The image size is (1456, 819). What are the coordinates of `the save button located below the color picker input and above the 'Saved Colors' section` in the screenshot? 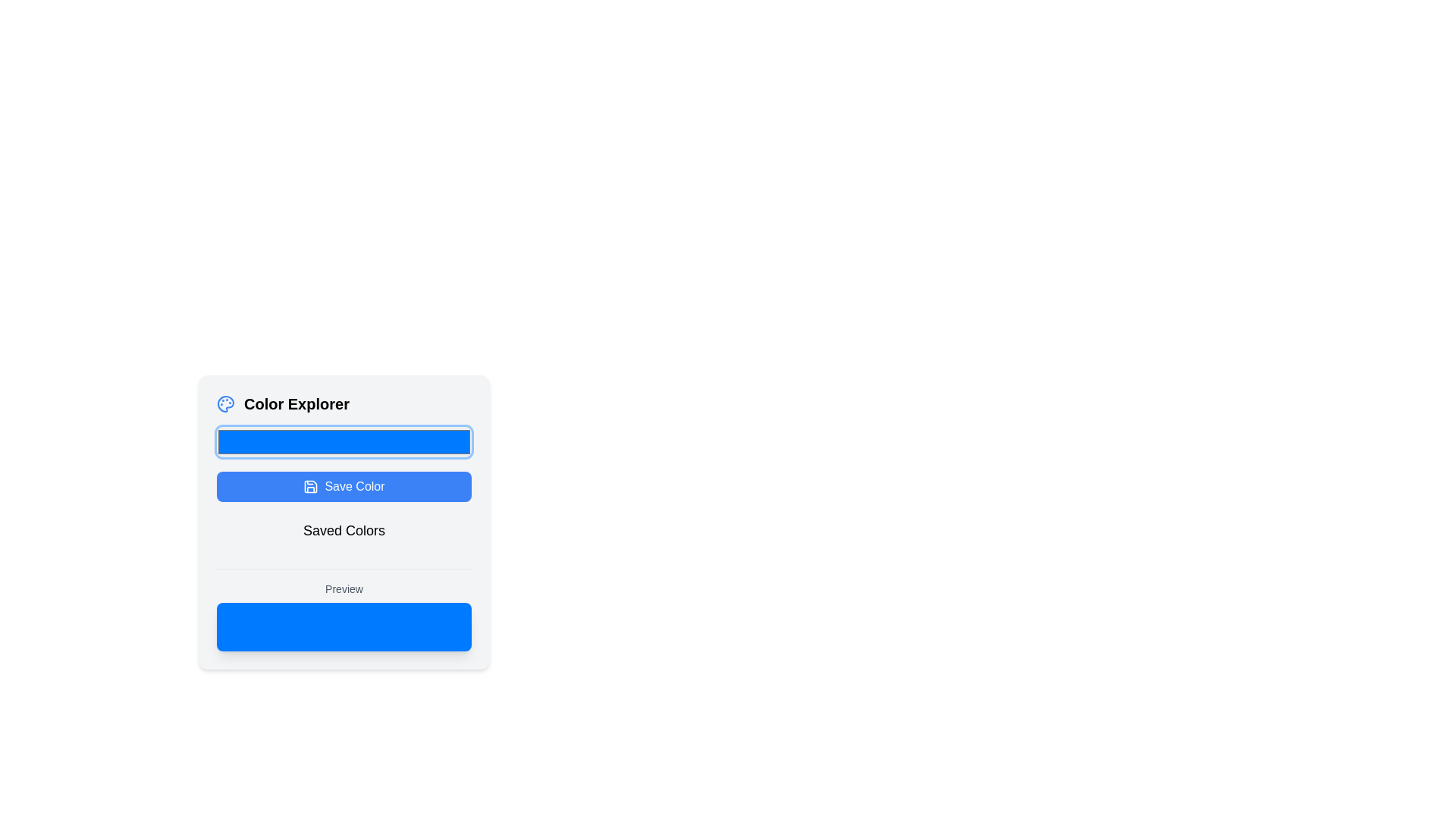 It's located at (344, 486).